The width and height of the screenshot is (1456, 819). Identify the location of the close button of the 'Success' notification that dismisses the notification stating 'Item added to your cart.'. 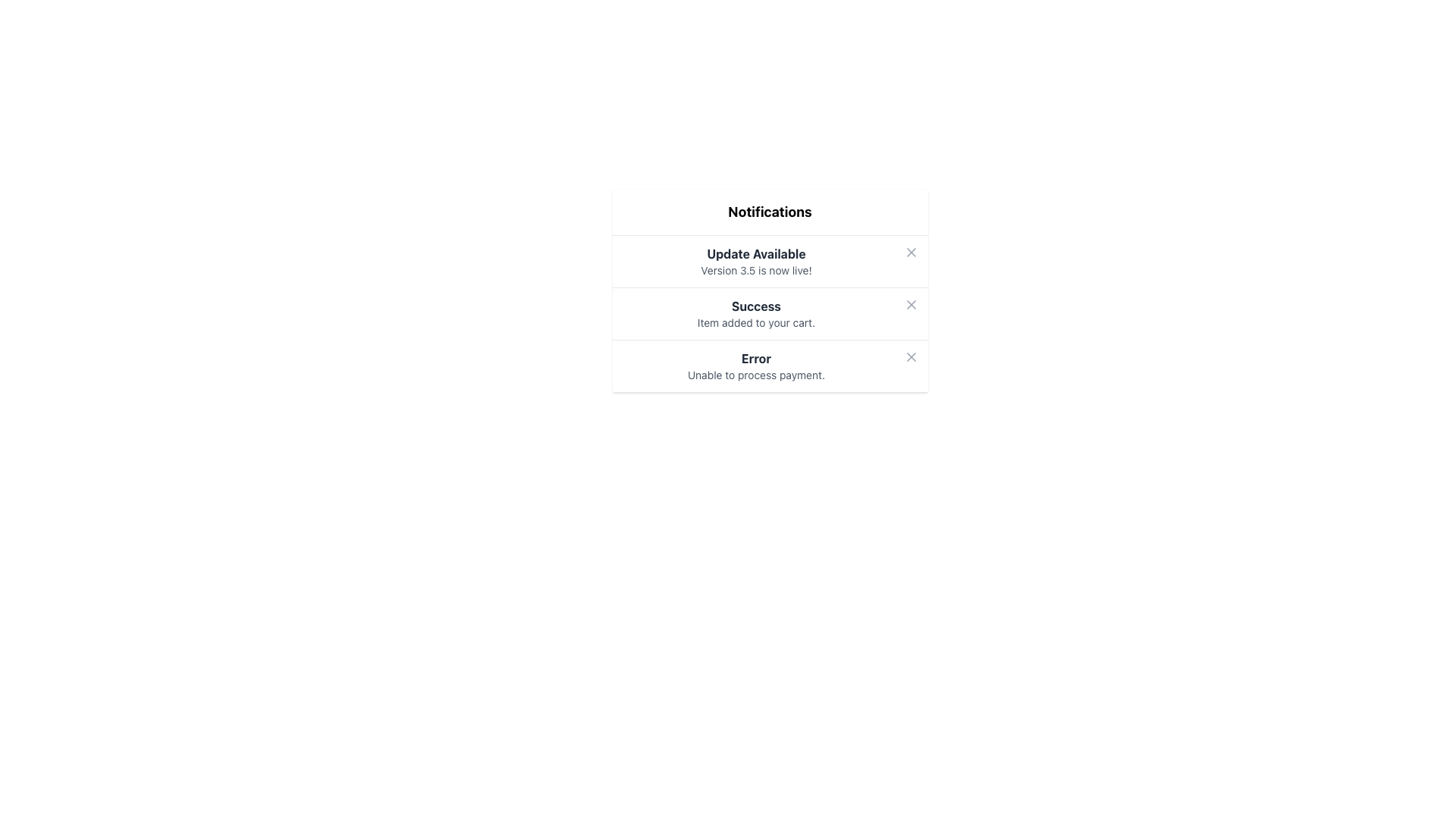
(910, 304).